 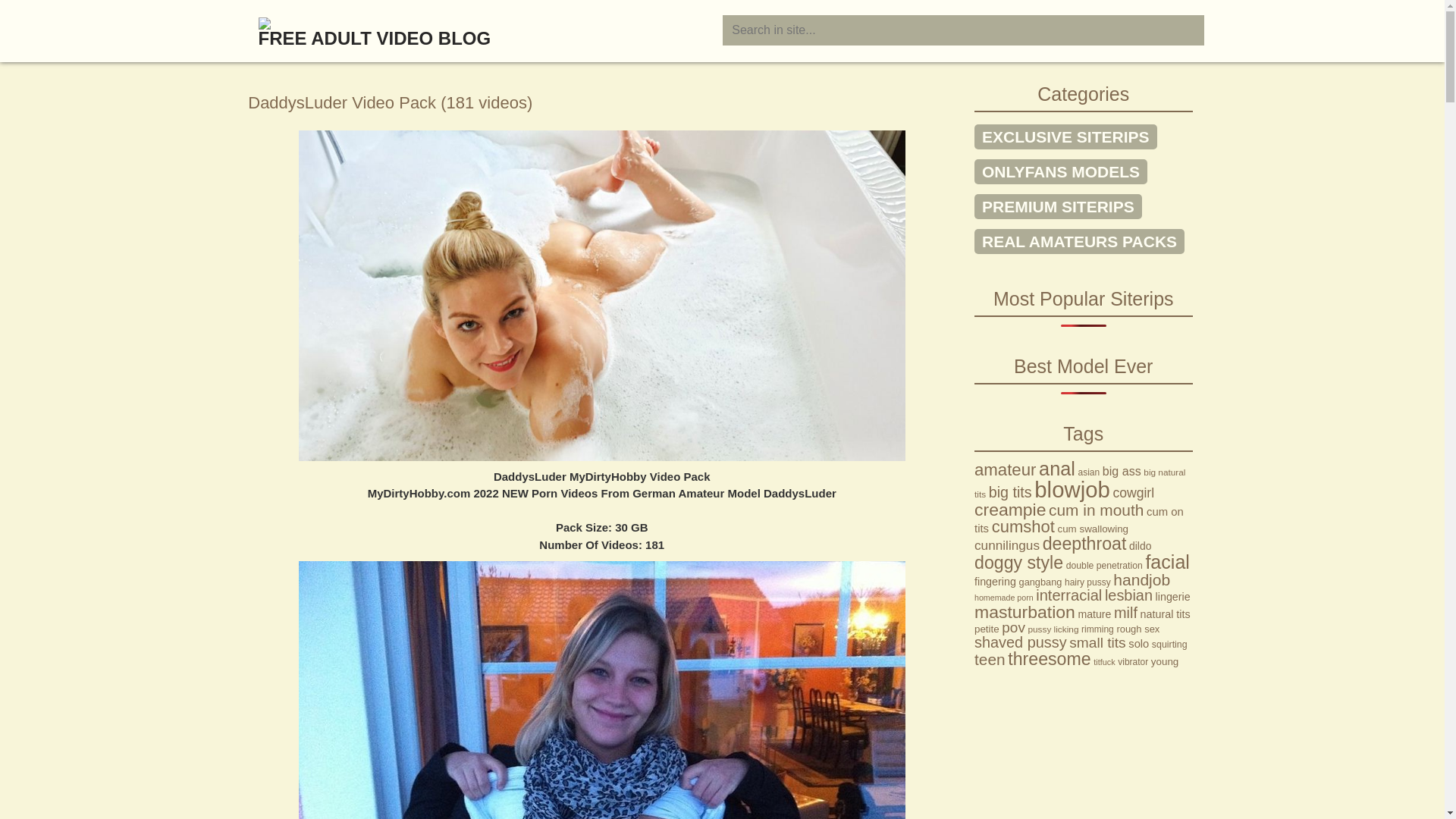 I want to click on 'handjob', so click(x=1141, y=579).